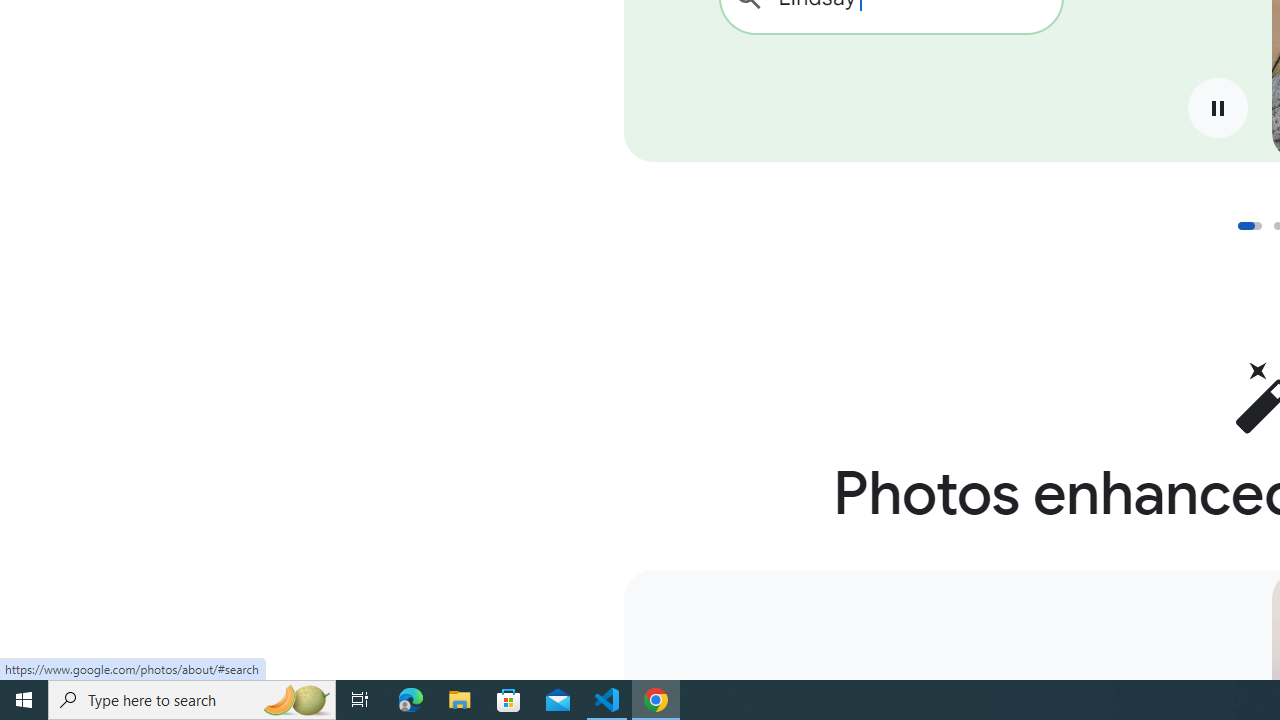 The height and width of the screenshot is (720, 1280). What do you see at coordinates (1216, 108) in the screenshot?
I see `'Pause'` at bounding box center [1216, 108].